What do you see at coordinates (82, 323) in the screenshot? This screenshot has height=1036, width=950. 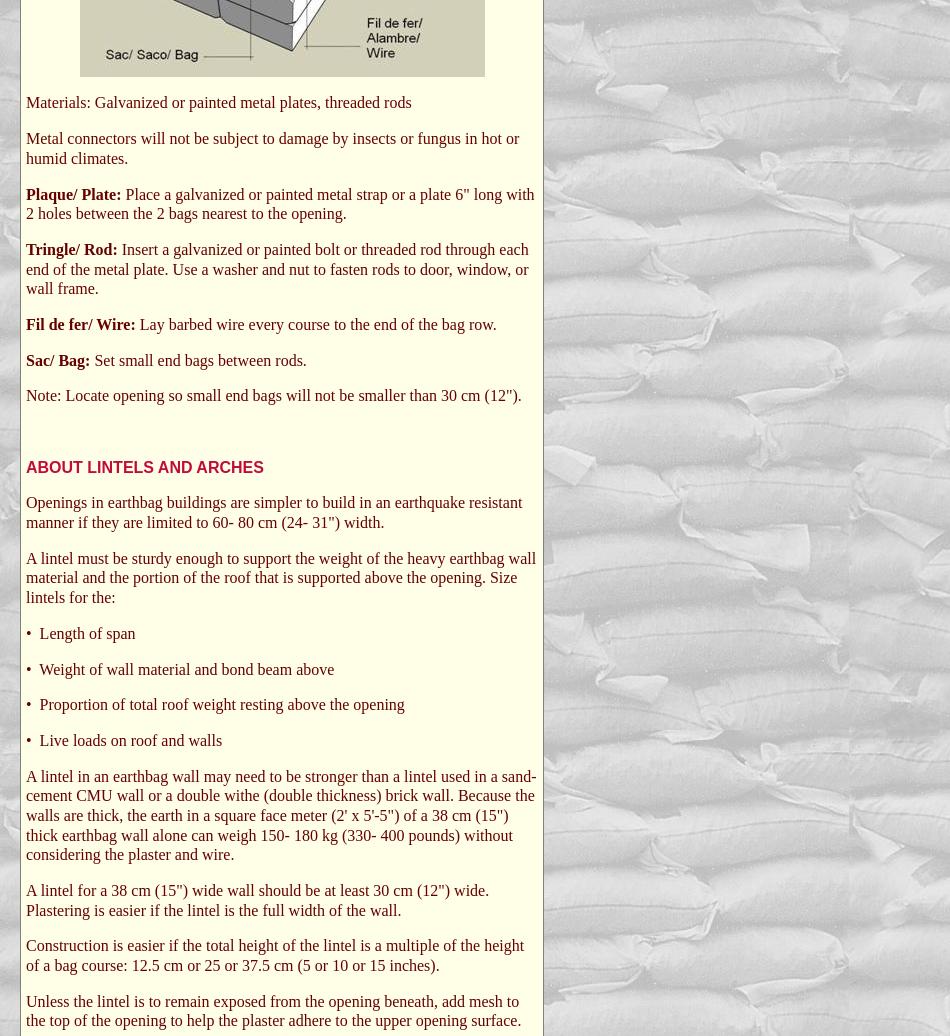 I see `'Fil de fer/ Wire:'` at bounding box center [82, 323].